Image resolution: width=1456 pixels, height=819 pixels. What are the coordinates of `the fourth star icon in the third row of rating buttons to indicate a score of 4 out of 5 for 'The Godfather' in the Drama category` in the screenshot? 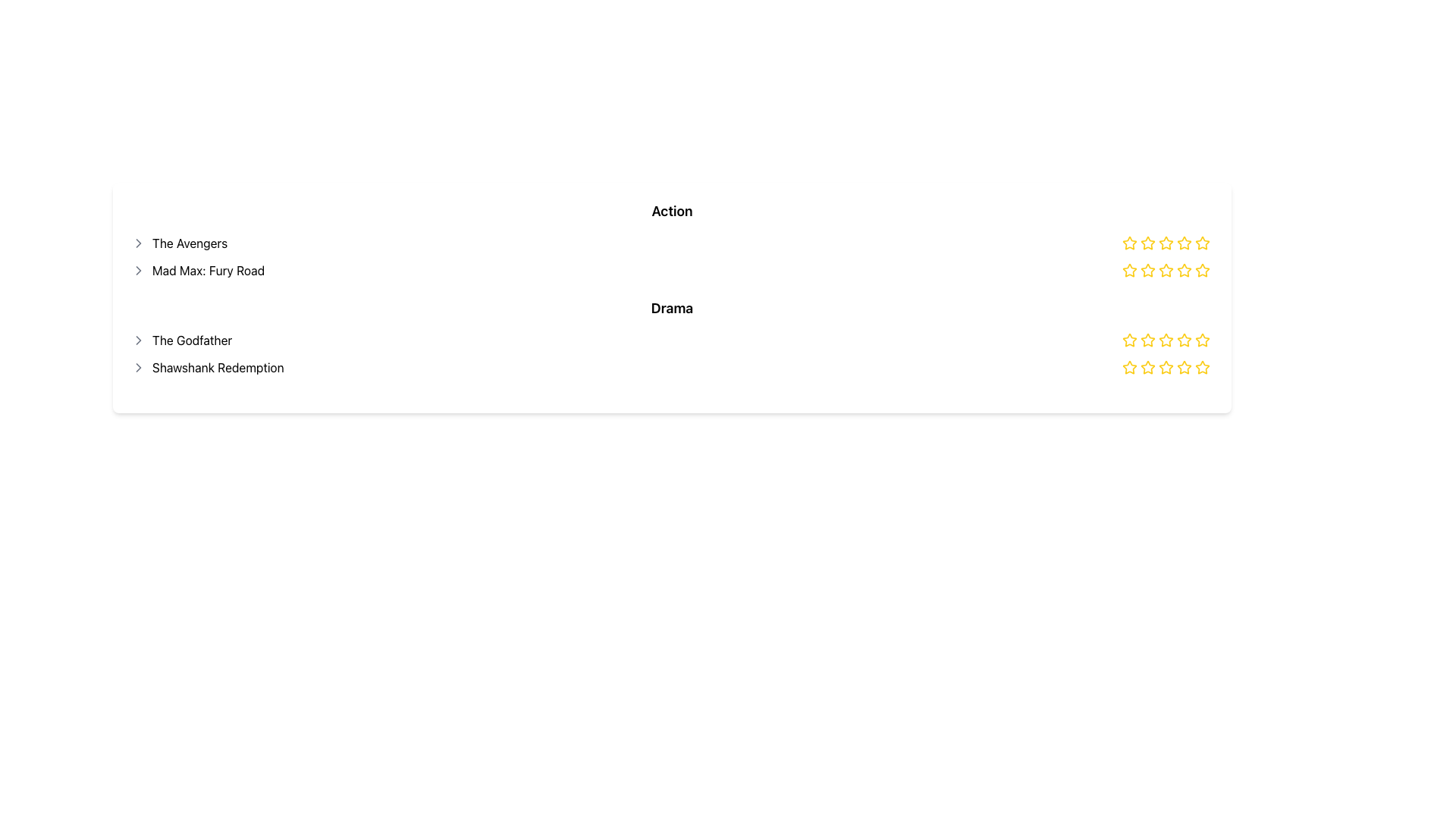 It's located at (1183, 339).